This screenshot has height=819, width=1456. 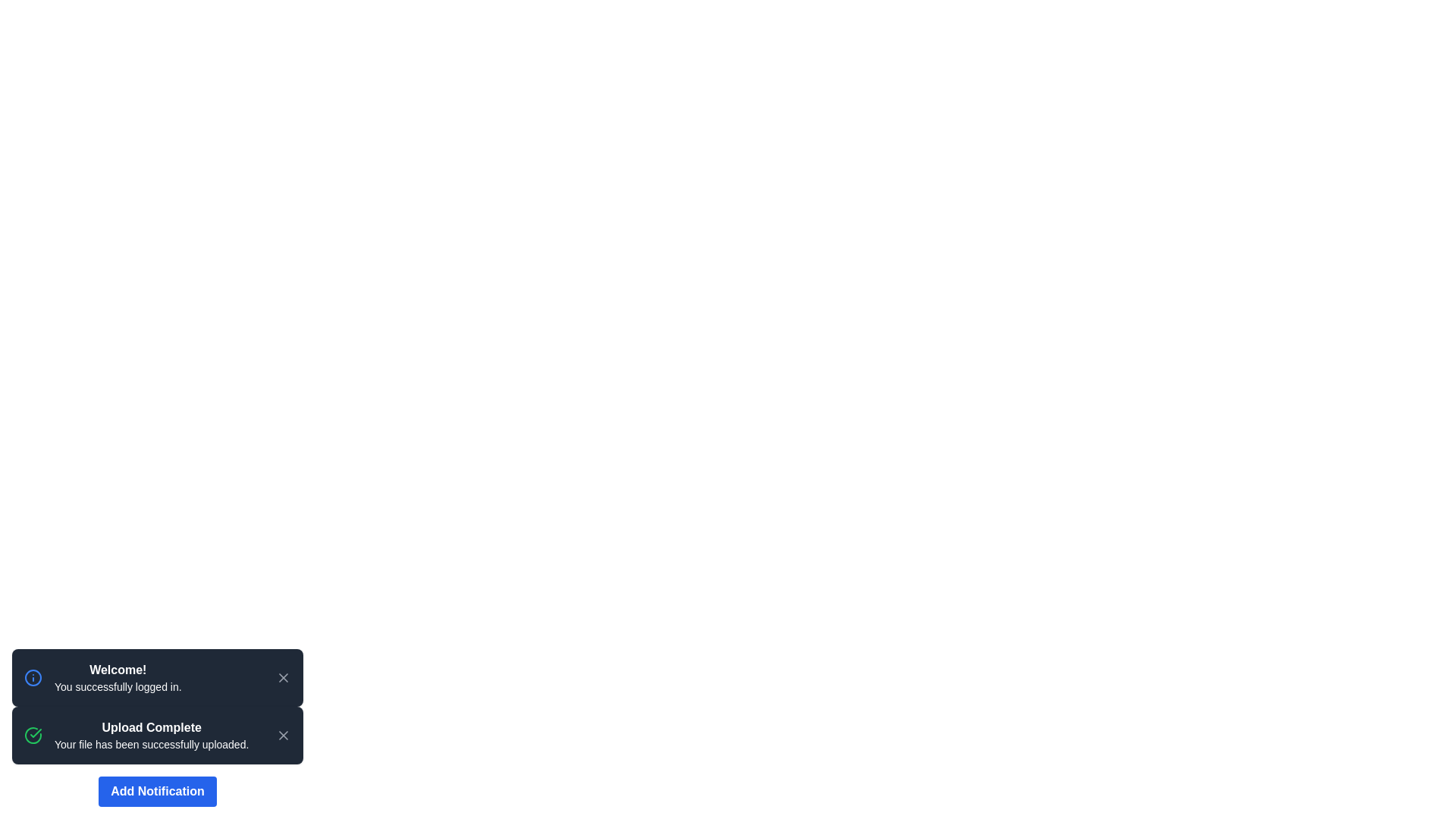 What do you see at coordinates (117, 687) in the screenshot?
I see `supplementary text message 'You successfully logged in.' located directly beneath the 'Welcome!' title in the notification card` at bounding box center [117, 687].